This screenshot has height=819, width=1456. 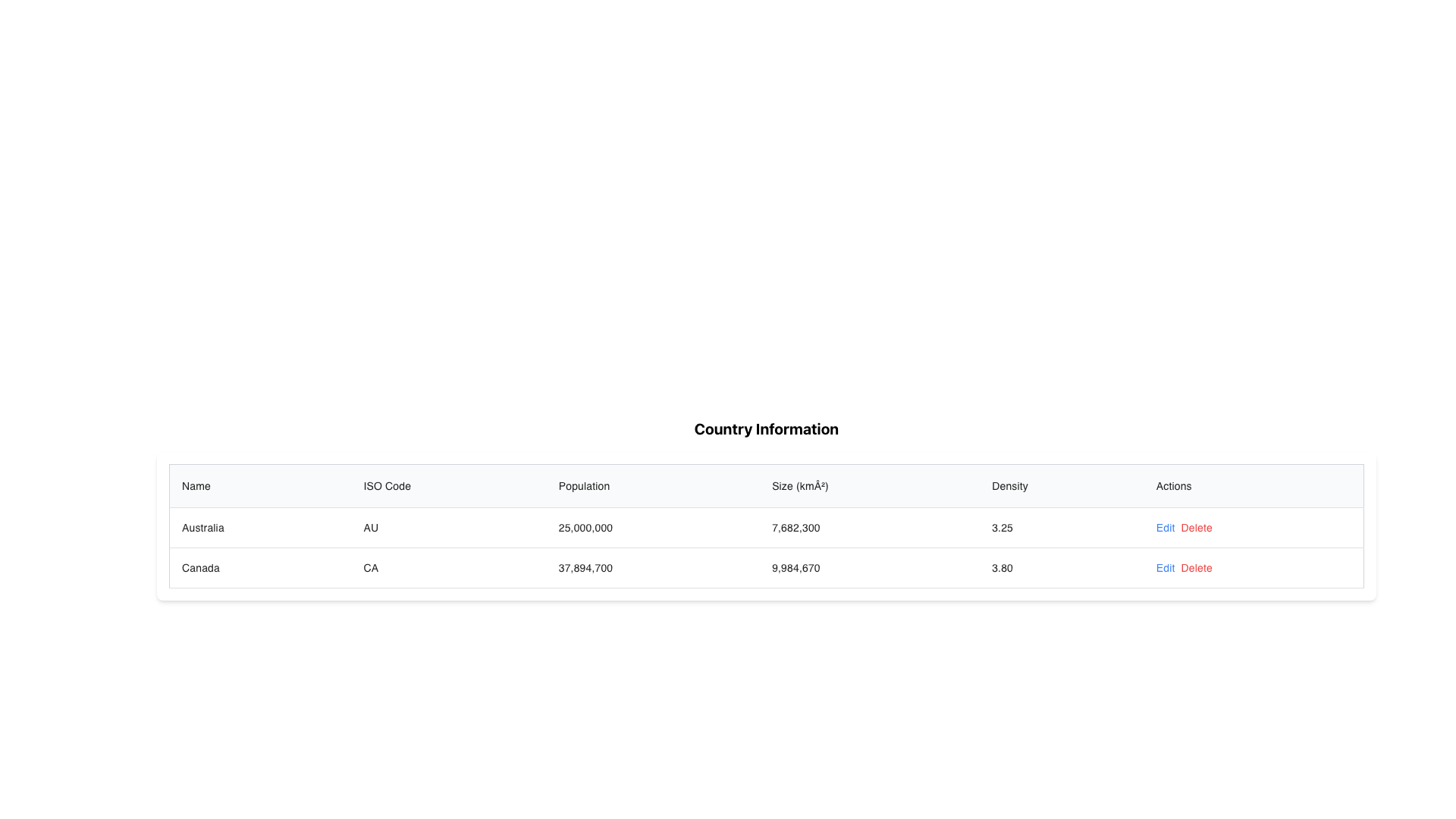 I want to click on the 'Edit' interactive text link in the 'Actions' column of the row for 'Canada', so click(x=1165, y=527).